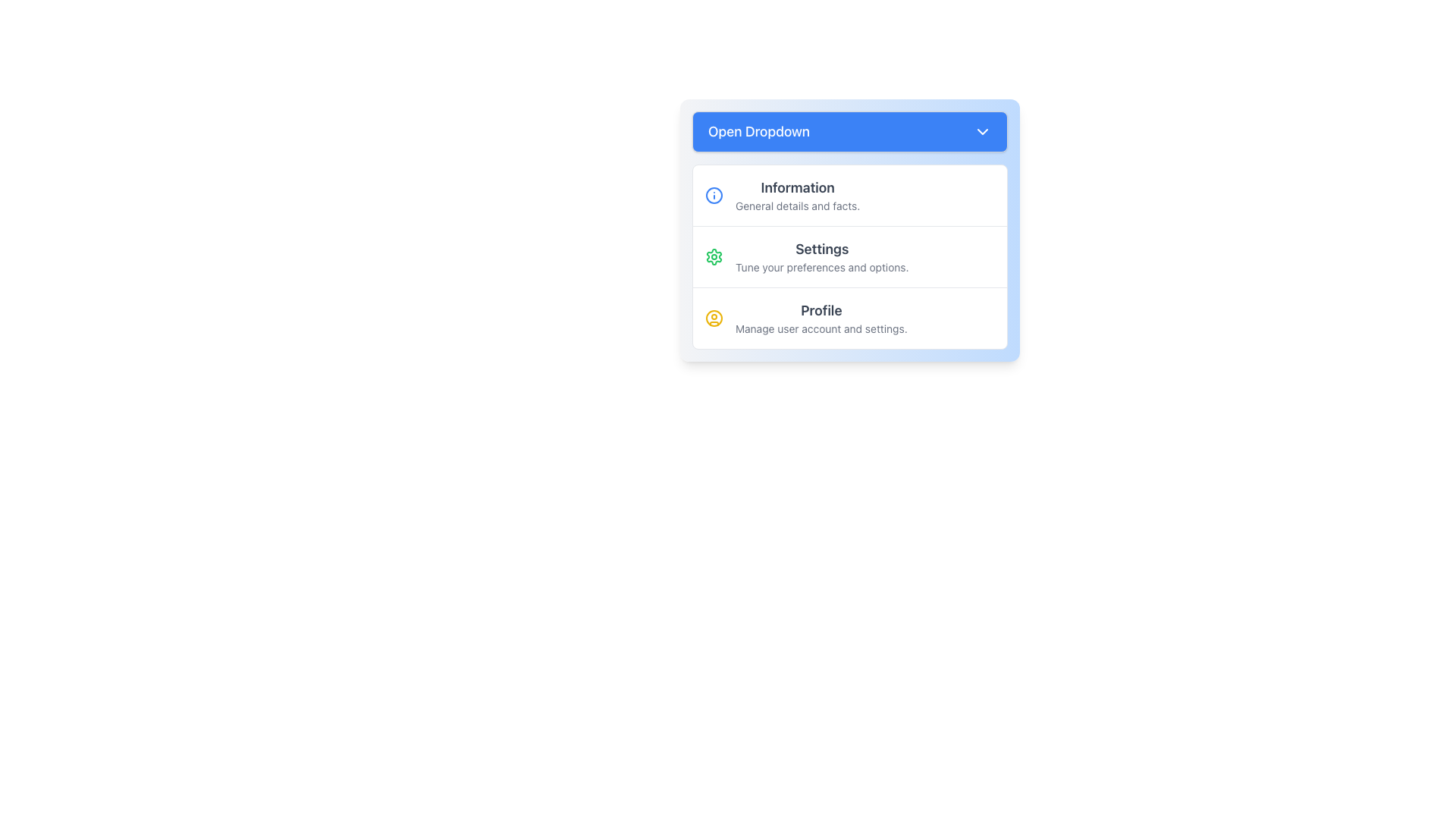  What do you see at coordinates (713, 195) in the screenshot?
I see `the information icon located at the far left of the first row in the dropdown menu for more details or actions` at bounding box center [713, 195].